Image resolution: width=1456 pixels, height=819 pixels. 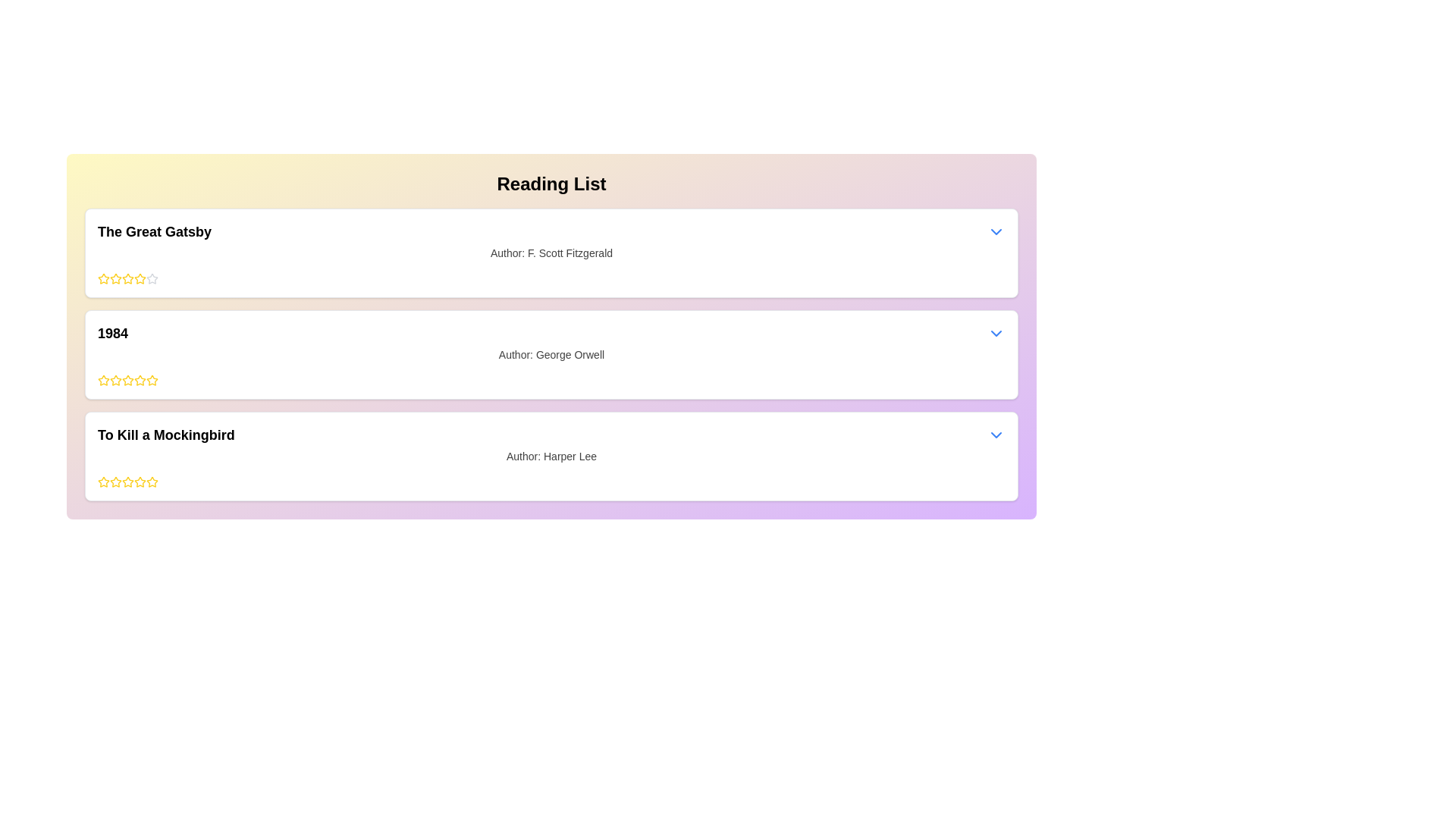 What do you see at coordinates (127, 278) in the screenshot?
I see `the fourth star-shaped rating icon outlined in yellow to rate the book 'The Great Gatsby'` at bounding box center [127, 278].